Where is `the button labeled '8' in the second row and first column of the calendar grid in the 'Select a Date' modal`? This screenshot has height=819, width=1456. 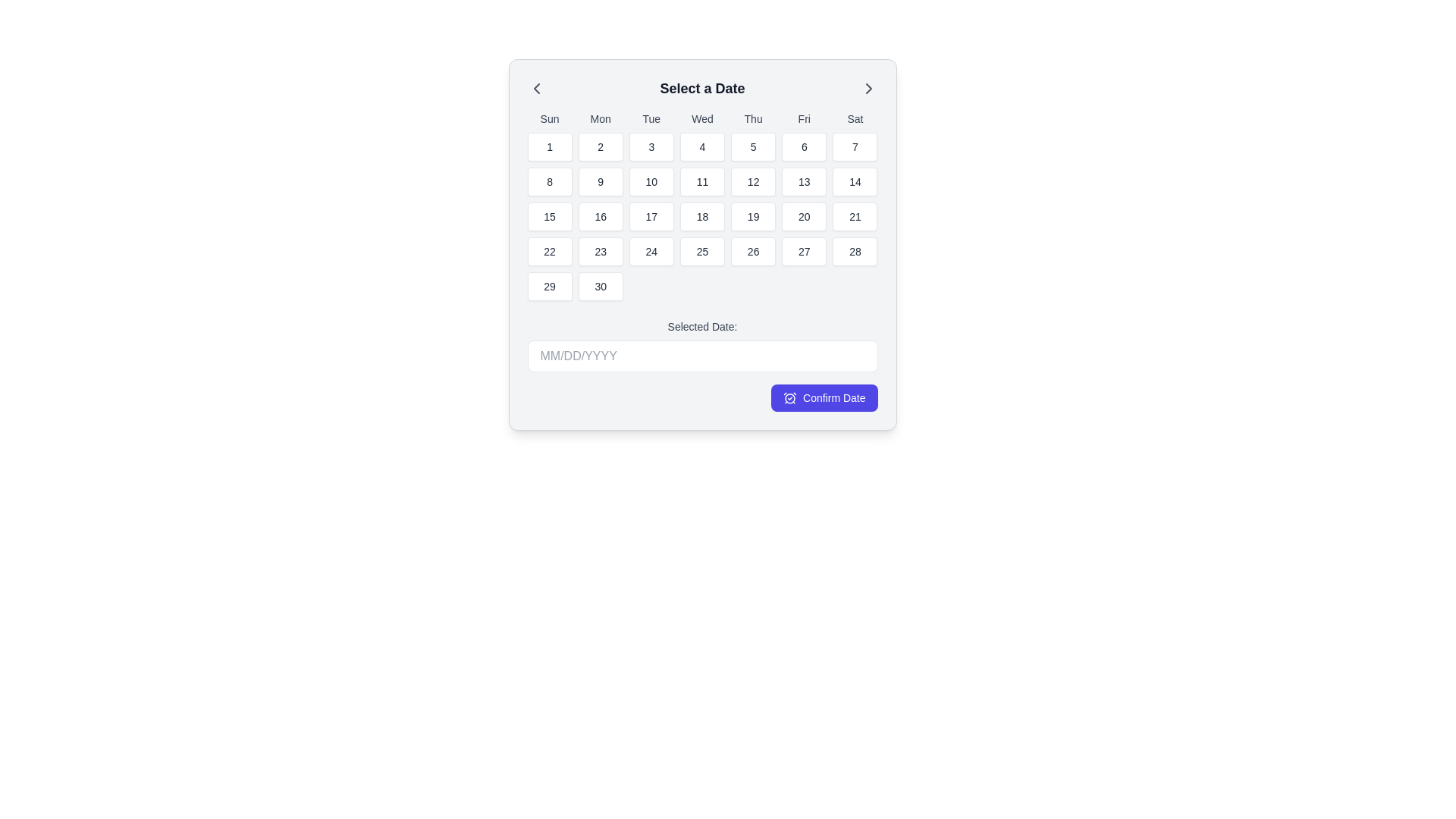
the button labeled '8' in the second row and first column of the calendar grid in the 'Select a Date' modal is located at coordinates (548, 180).